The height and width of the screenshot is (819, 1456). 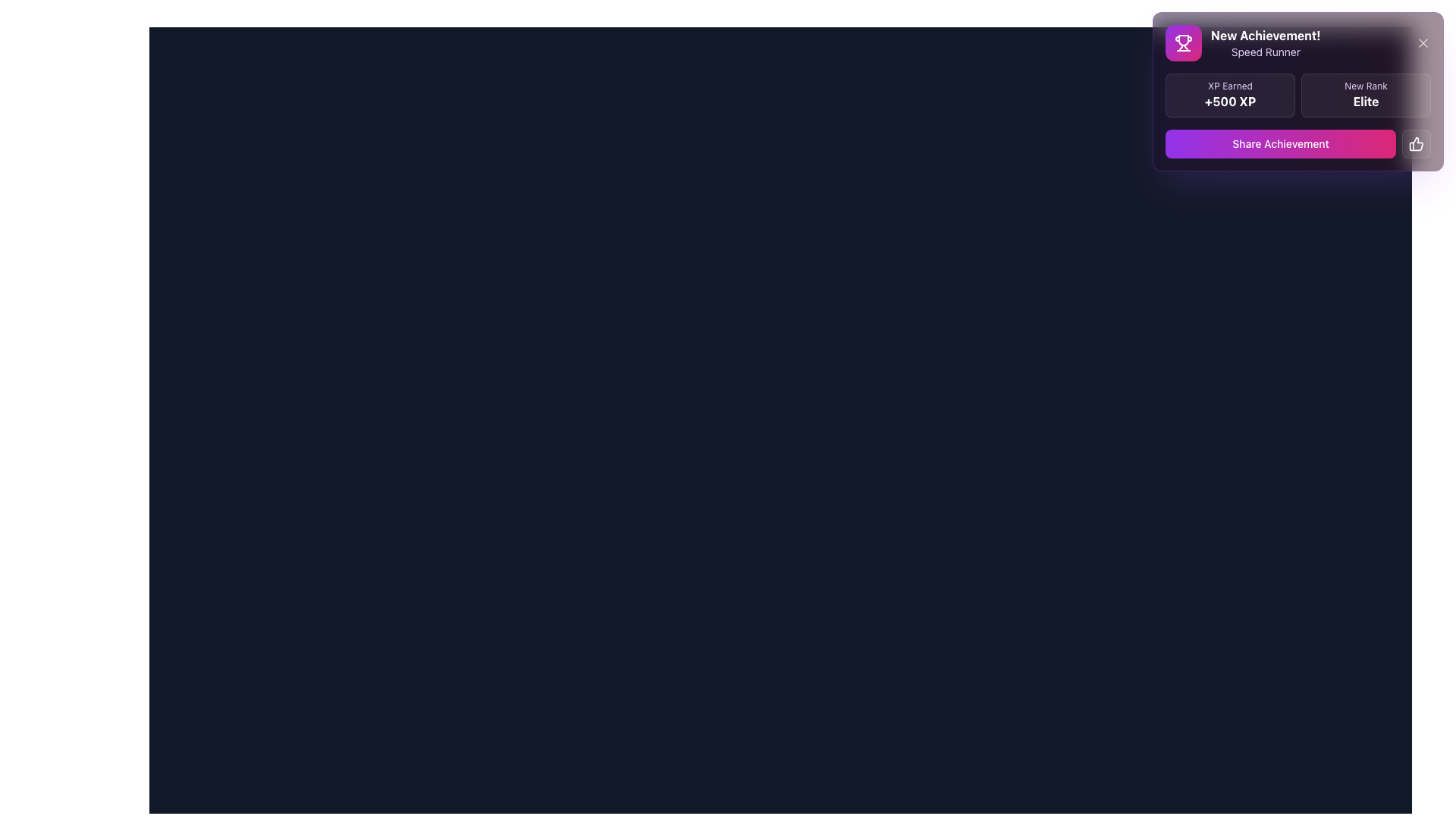 What do you see at coordinates (1422, 42) in the screenshot?
I see `the dismiss button (a light gray or white 'X' icon) located in the top-right corner of the 'New Achievement! Speed Runner' notification card to trigger the tooltip or visual feedback` at bounding box center [1422, 42].